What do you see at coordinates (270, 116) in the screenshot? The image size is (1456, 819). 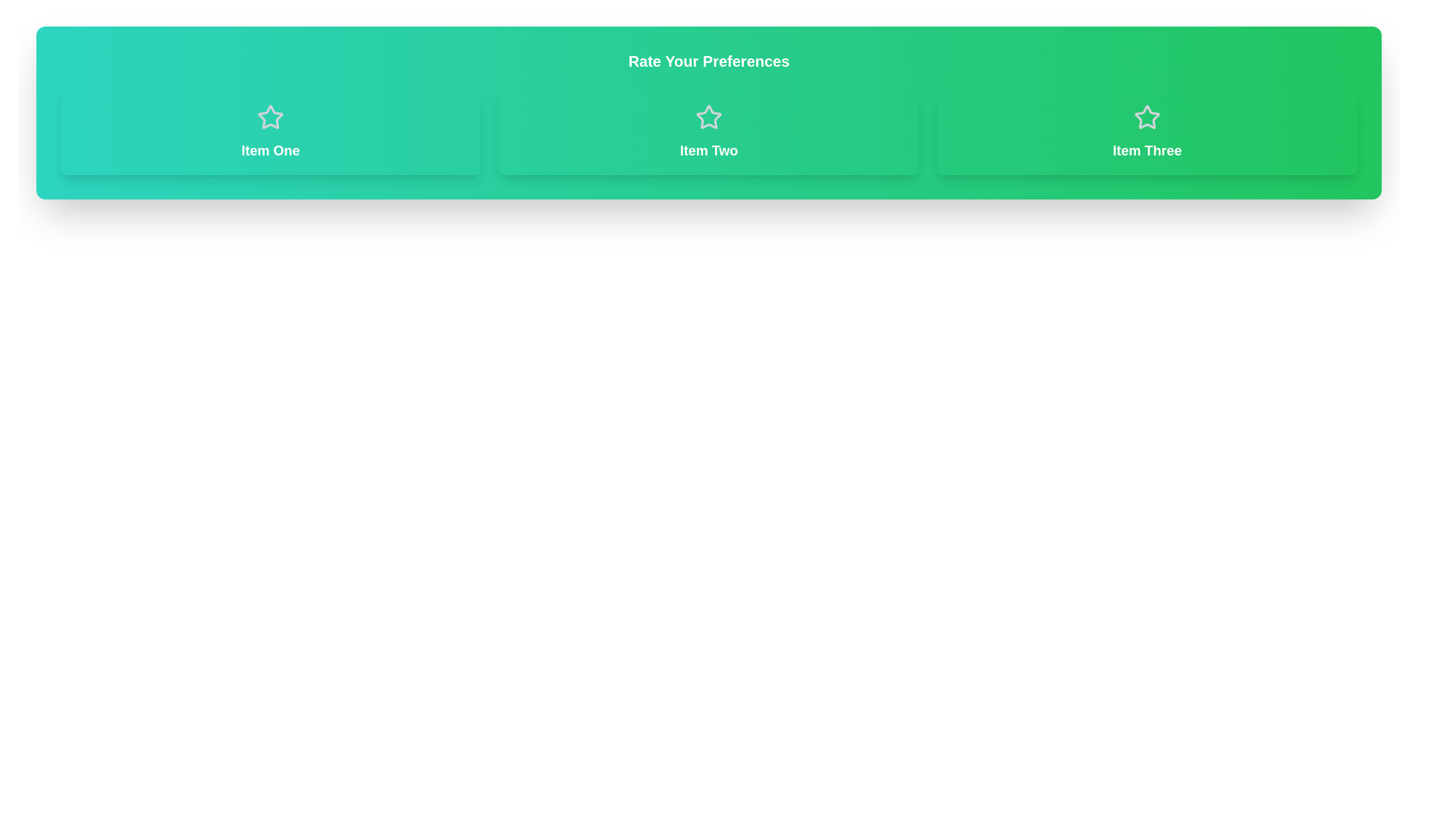 I see `the star icon for Item One` at bounding box center [270, 116].